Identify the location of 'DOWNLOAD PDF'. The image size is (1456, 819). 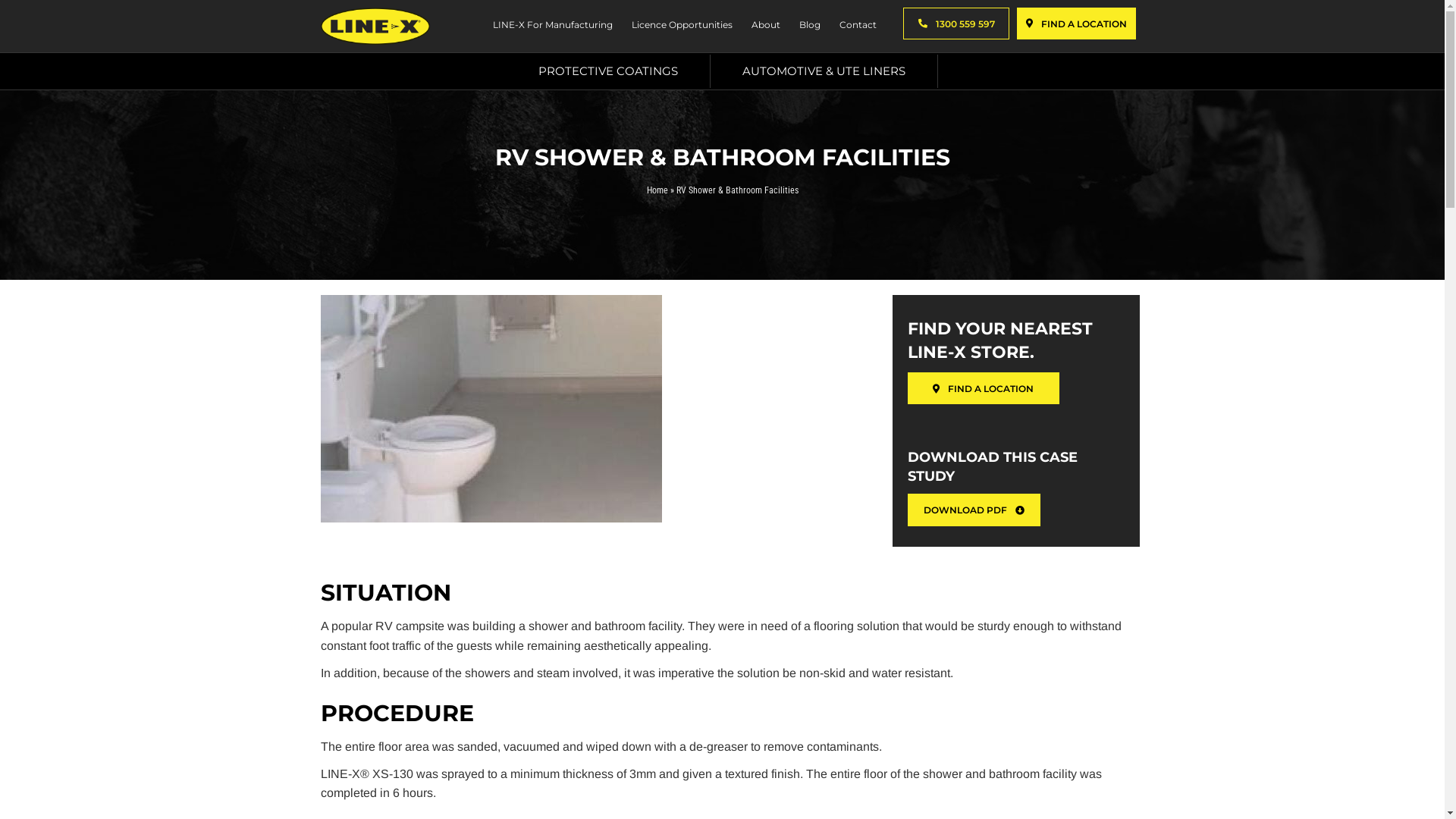
(907, 509).